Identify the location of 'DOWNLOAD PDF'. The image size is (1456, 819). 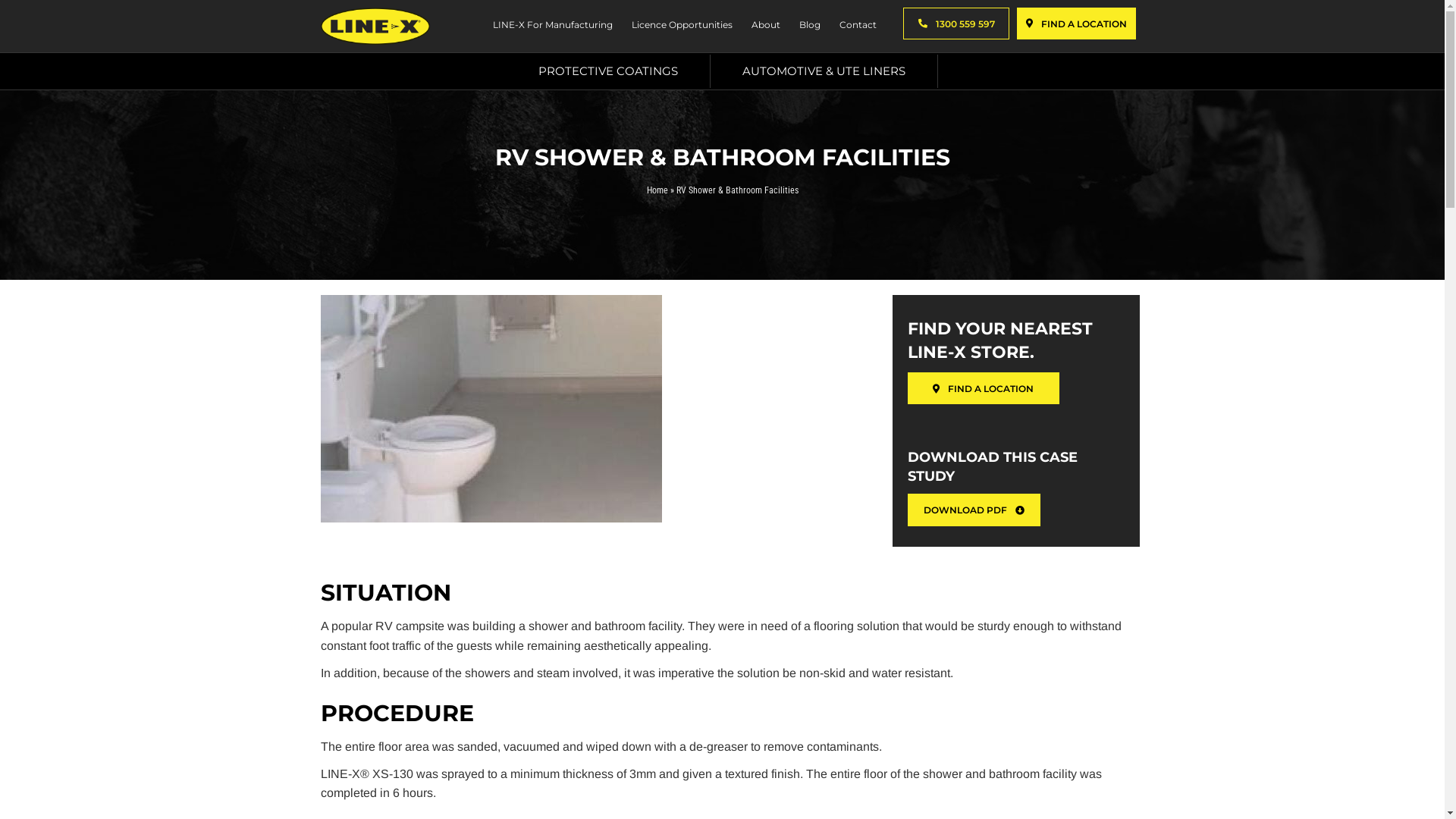
(907, 509).